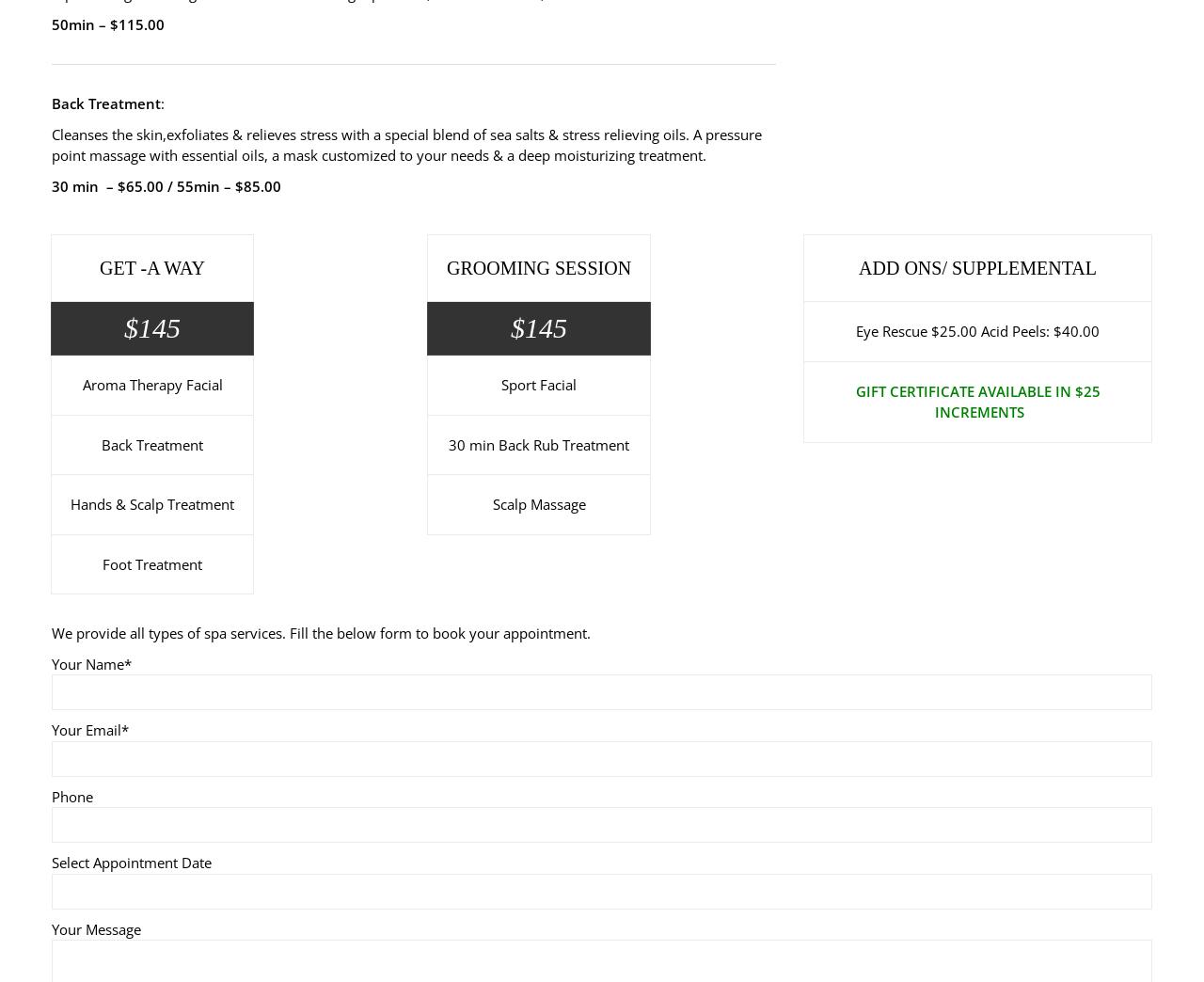 This screenshot has width=1204, height=982. Describe the element at coordinates (405, 143) in the screenshot. I see `'Cleanses the skin,exfoliates & relieves stress with a special blend of sea salts & stress relieving oils. A pressure point massage with essential oils, a mask customized to your needs & a deep moisturizing treatment.'` at that location.